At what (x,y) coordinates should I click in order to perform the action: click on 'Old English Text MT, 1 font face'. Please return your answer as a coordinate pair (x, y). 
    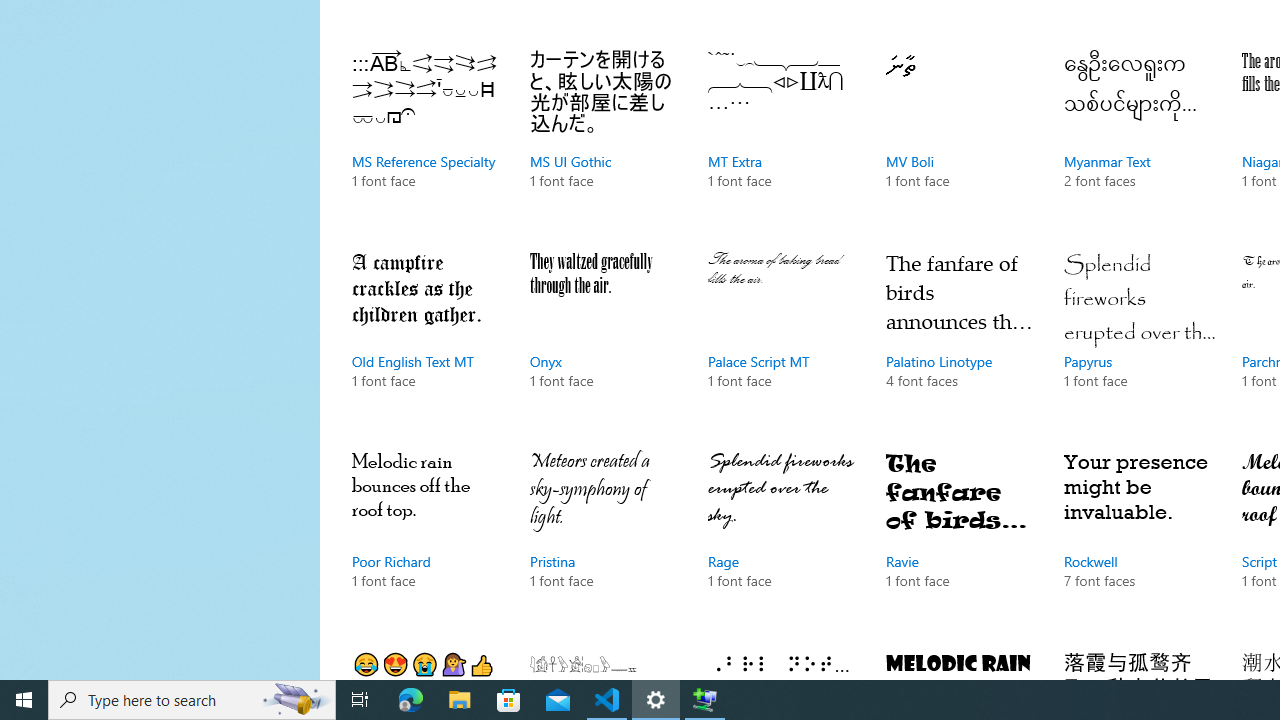
    Looking at the image, I should click on (425, 338).